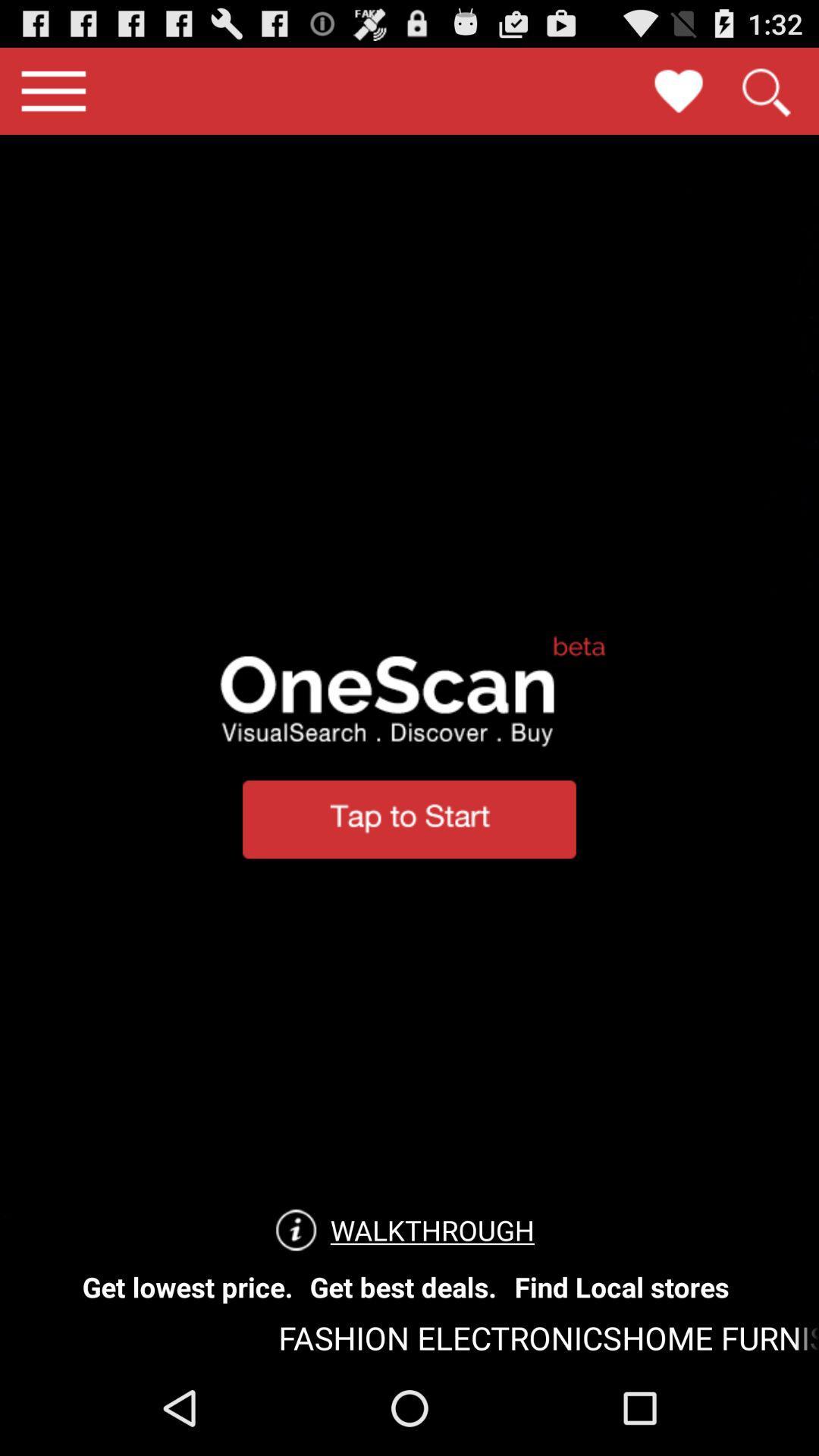 This screenshot has height=1456, width=819. I want to click on item at the top left corner, so click(52, 90).